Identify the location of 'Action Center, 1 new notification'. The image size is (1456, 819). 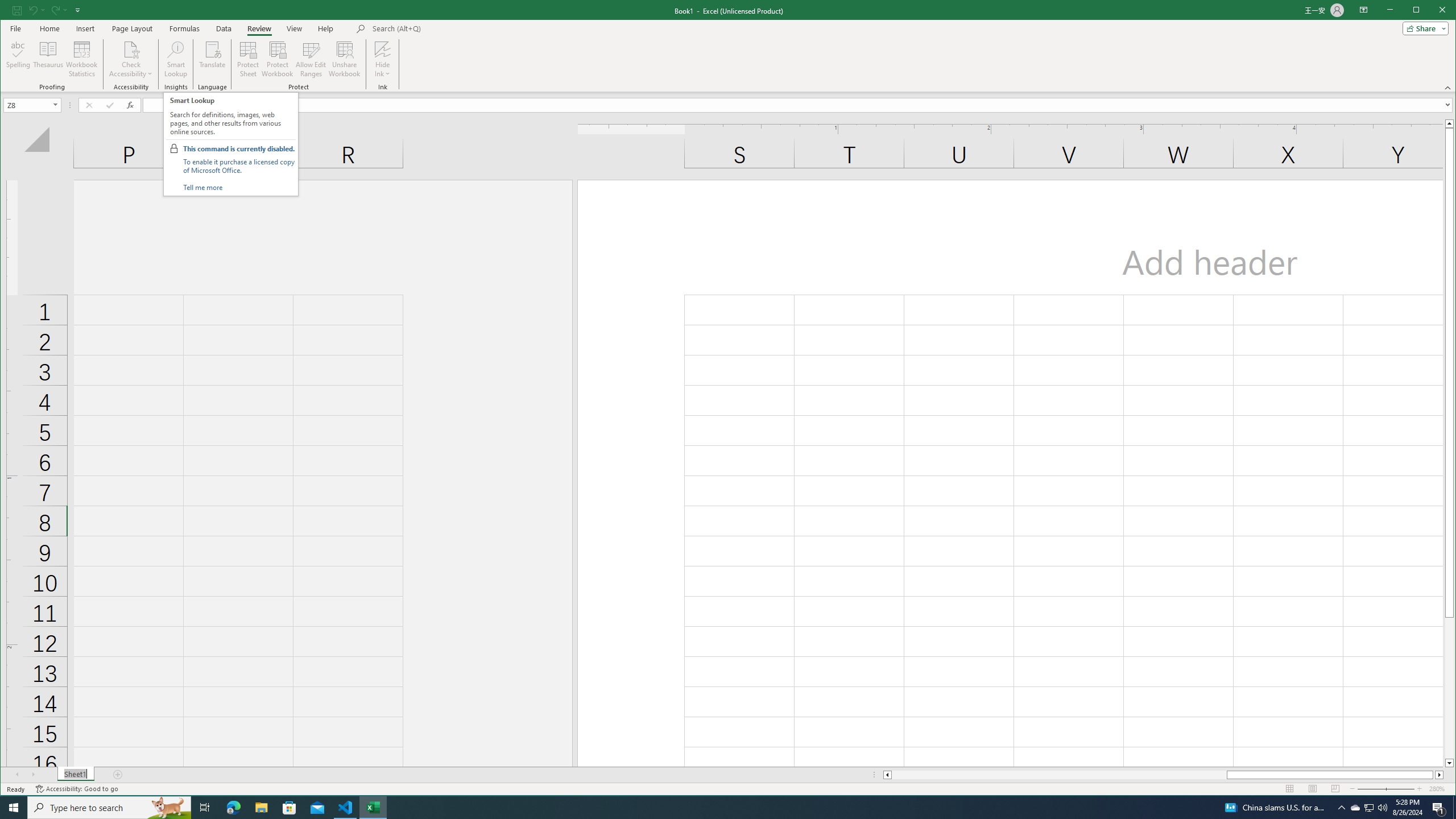
(1439, 806).